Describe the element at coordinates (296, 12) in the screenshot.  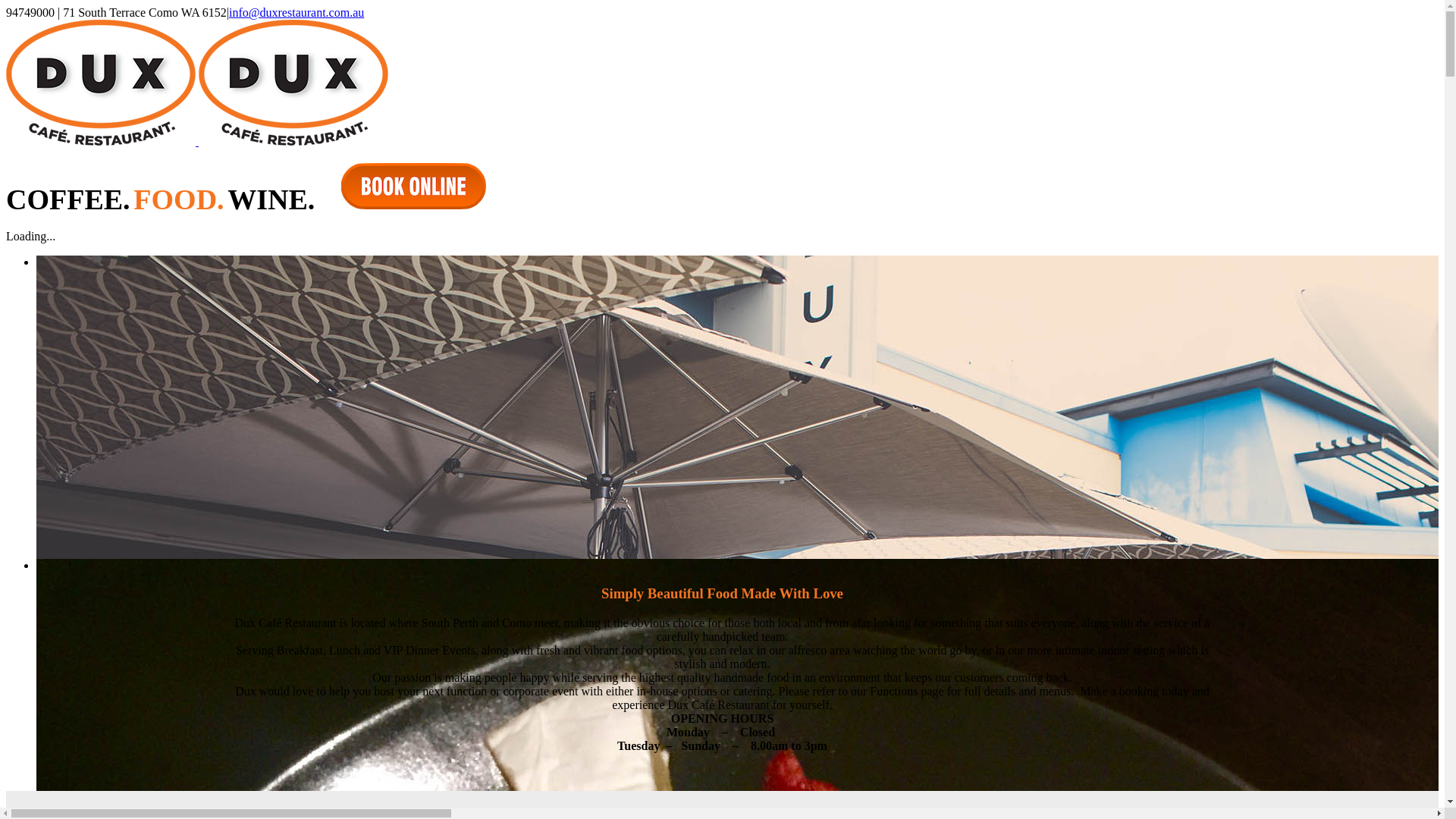
I see `'info@duxrestaurant.com.au'` at that location.